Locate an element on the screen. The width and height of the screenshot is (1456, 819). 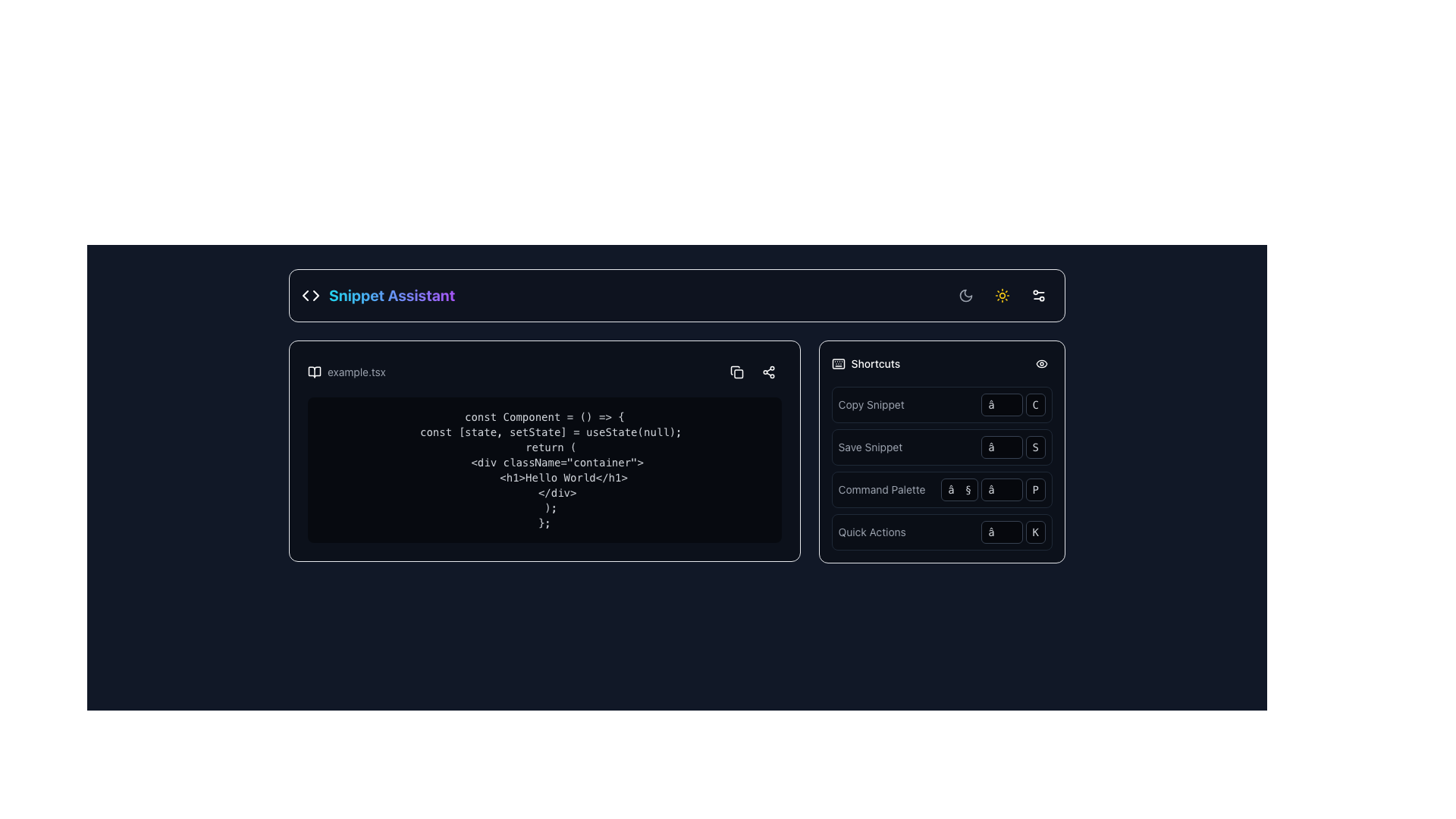
the leftmost button in the horizontal pair located in the 'Shortcuts' section of the interface is located at coordinates (1002, 447).